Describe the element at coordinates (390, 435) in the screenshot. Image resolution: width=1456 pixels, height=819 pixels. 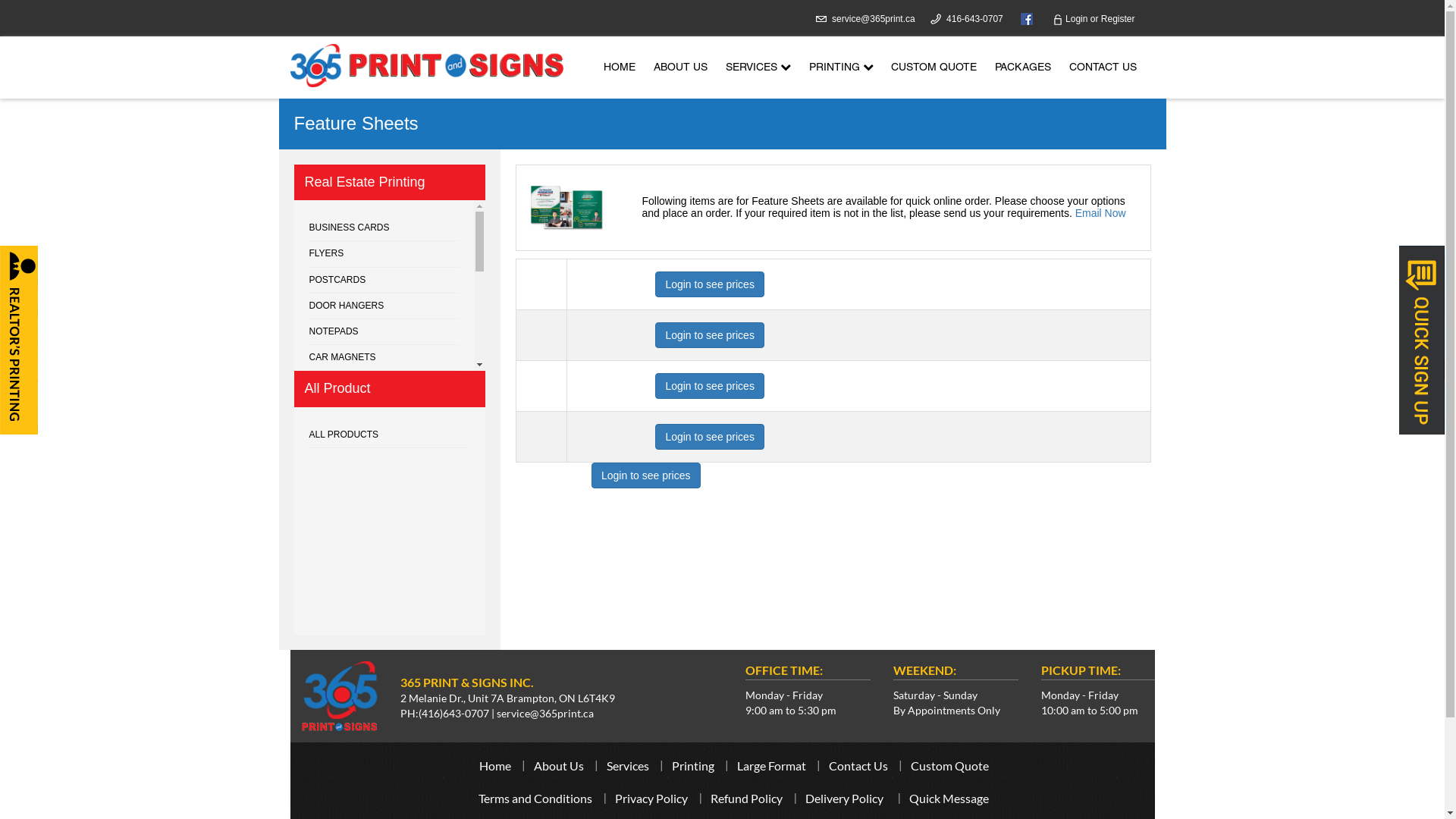
I see `'ALL PRODUCTS'` at that location.